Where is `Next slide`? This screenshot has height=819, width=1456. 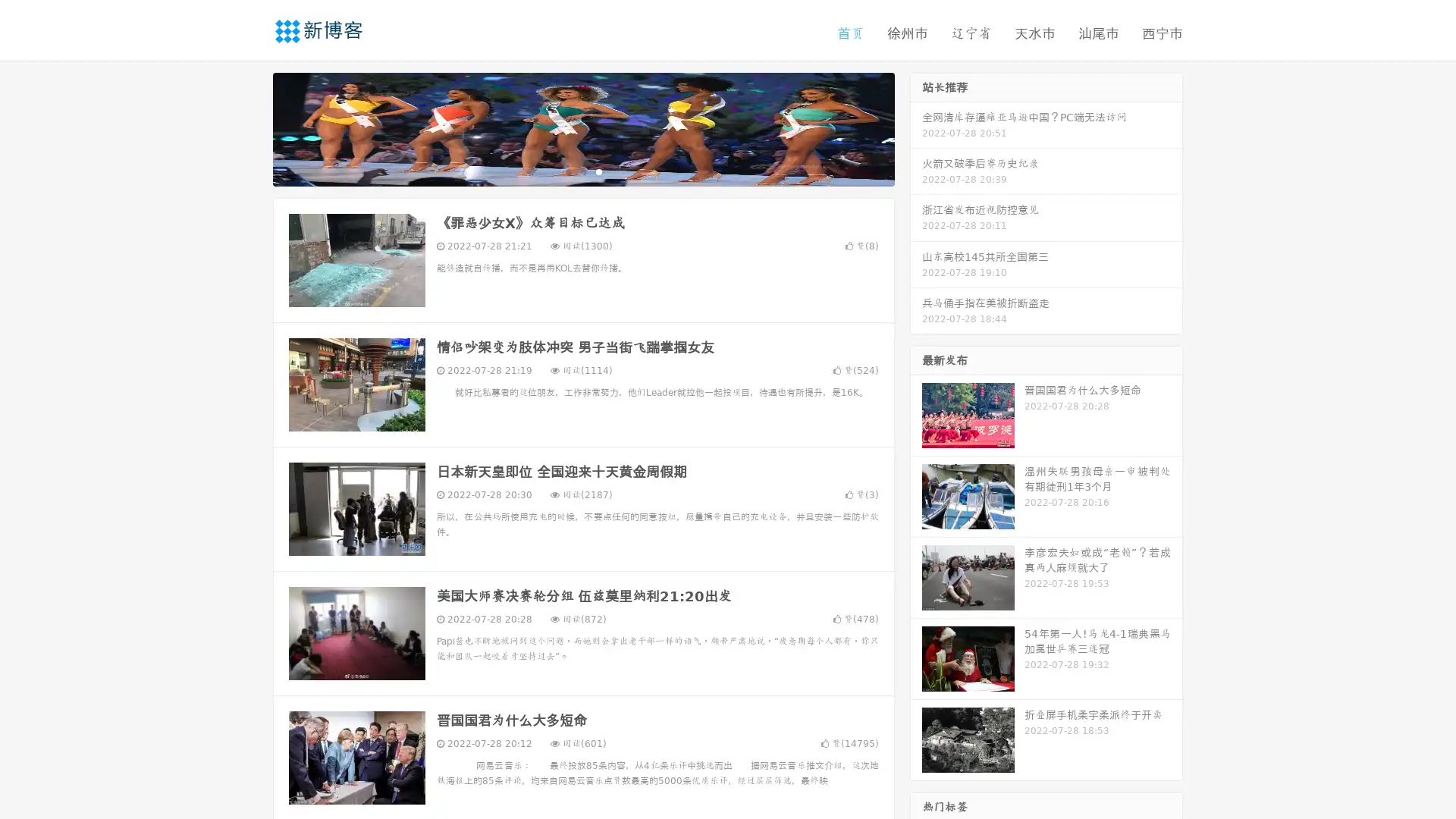 Next slide is located at coordinates (916, 127).